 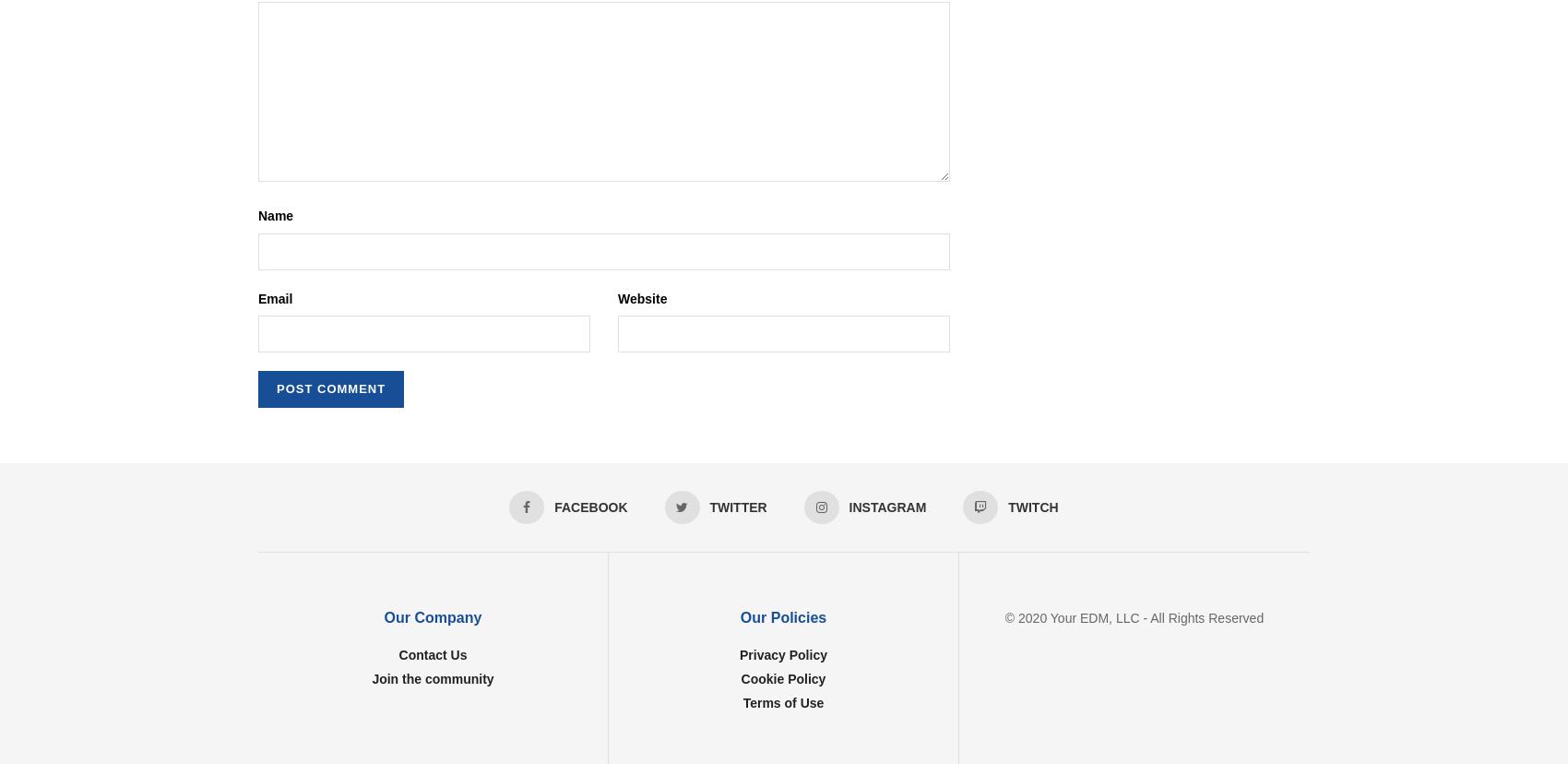 What do you see at coordinates (737, 507) in the screenshot?
I see `'Twitter'` at bounding box center [737, 507].